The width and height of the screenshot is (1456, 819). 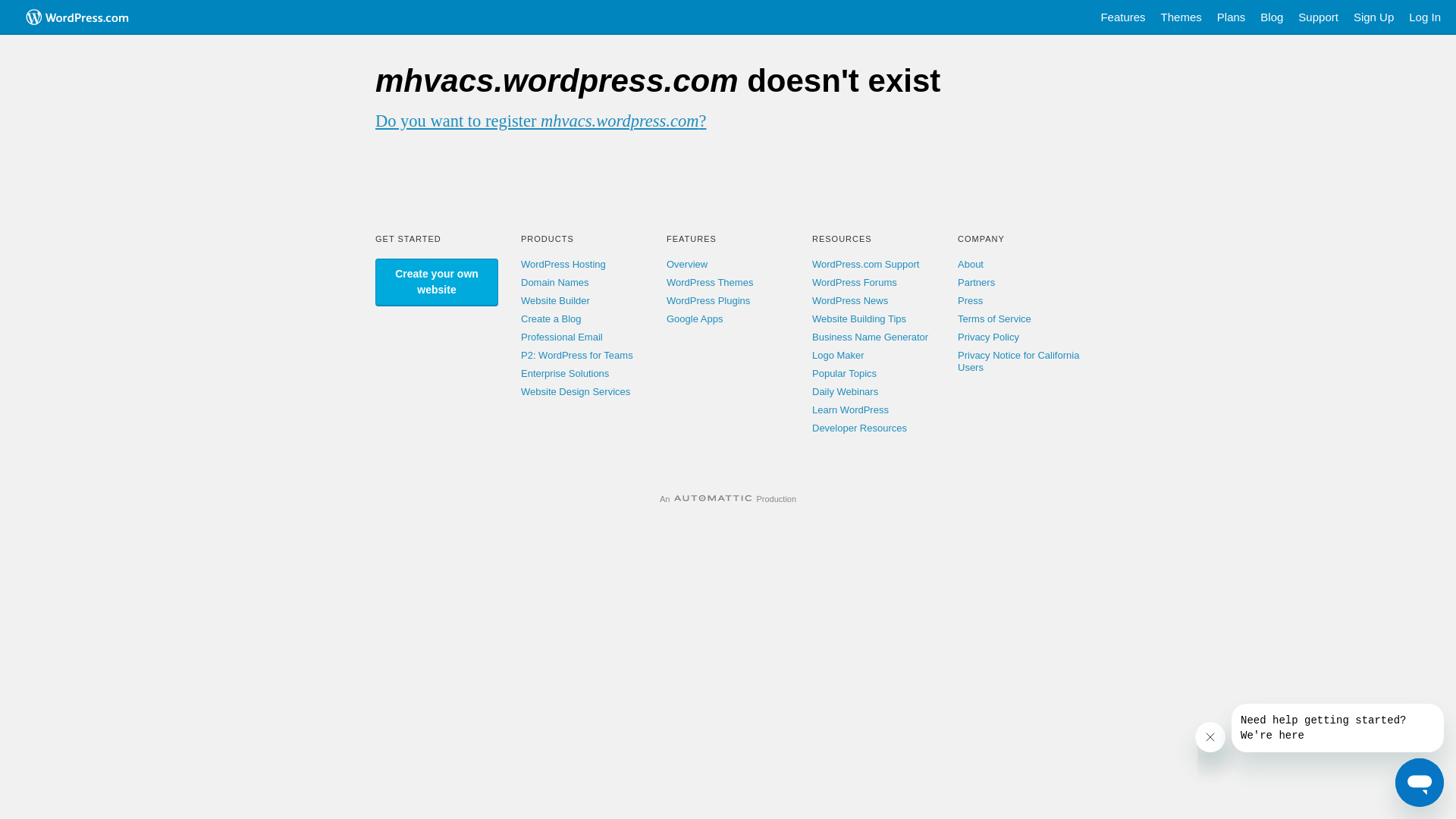 What do you see at coordinates (843, 373) in the screenshot?
I see `'Popular Topics'` at bounding box center [843, 373].